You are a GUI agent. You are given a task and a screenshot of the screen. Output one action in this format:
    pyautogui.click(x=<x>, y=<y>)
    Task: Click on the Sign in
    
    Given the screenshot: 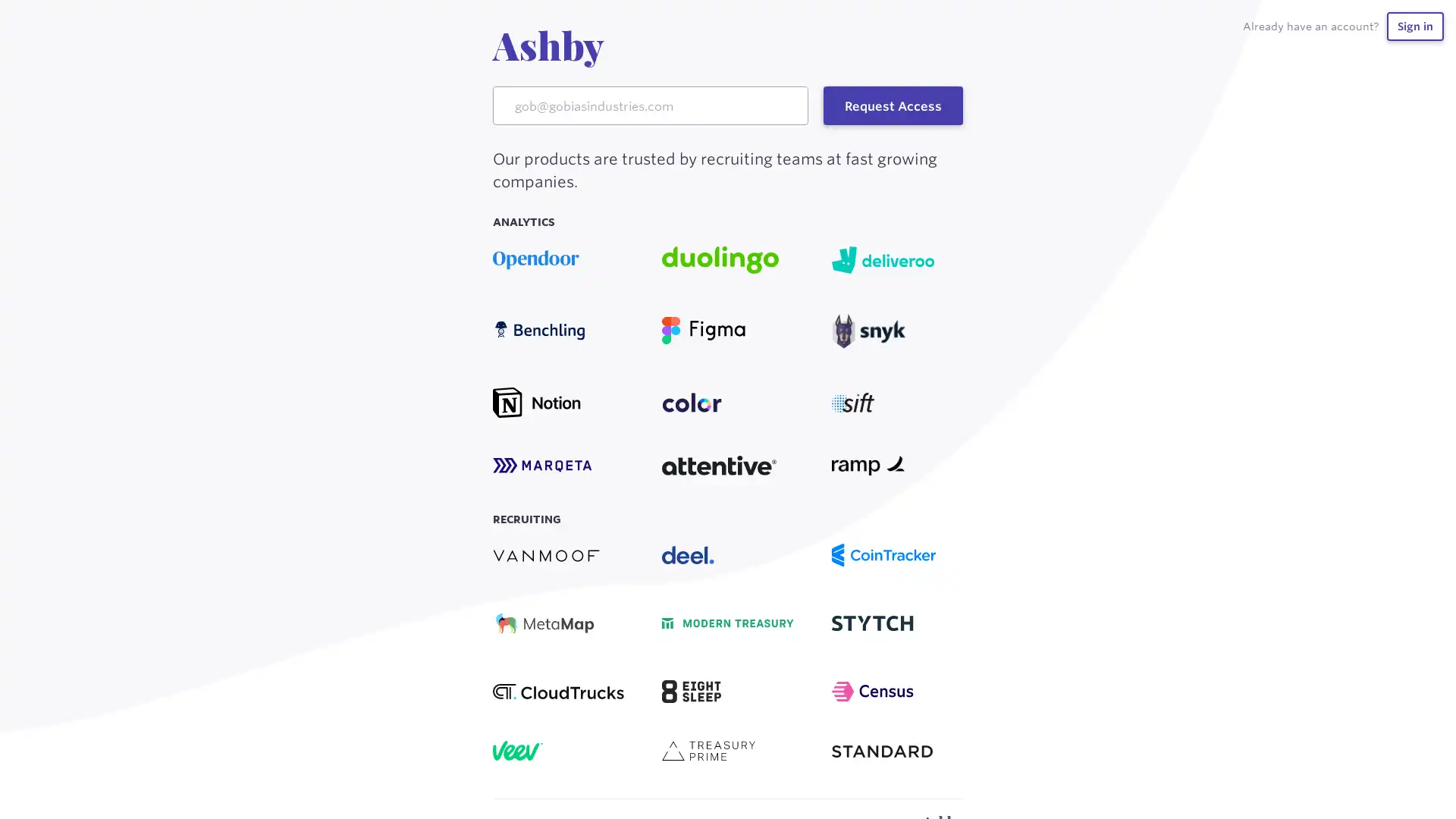 What is the action you would take?
    pyautogui.click(x=1414, y=26)
    